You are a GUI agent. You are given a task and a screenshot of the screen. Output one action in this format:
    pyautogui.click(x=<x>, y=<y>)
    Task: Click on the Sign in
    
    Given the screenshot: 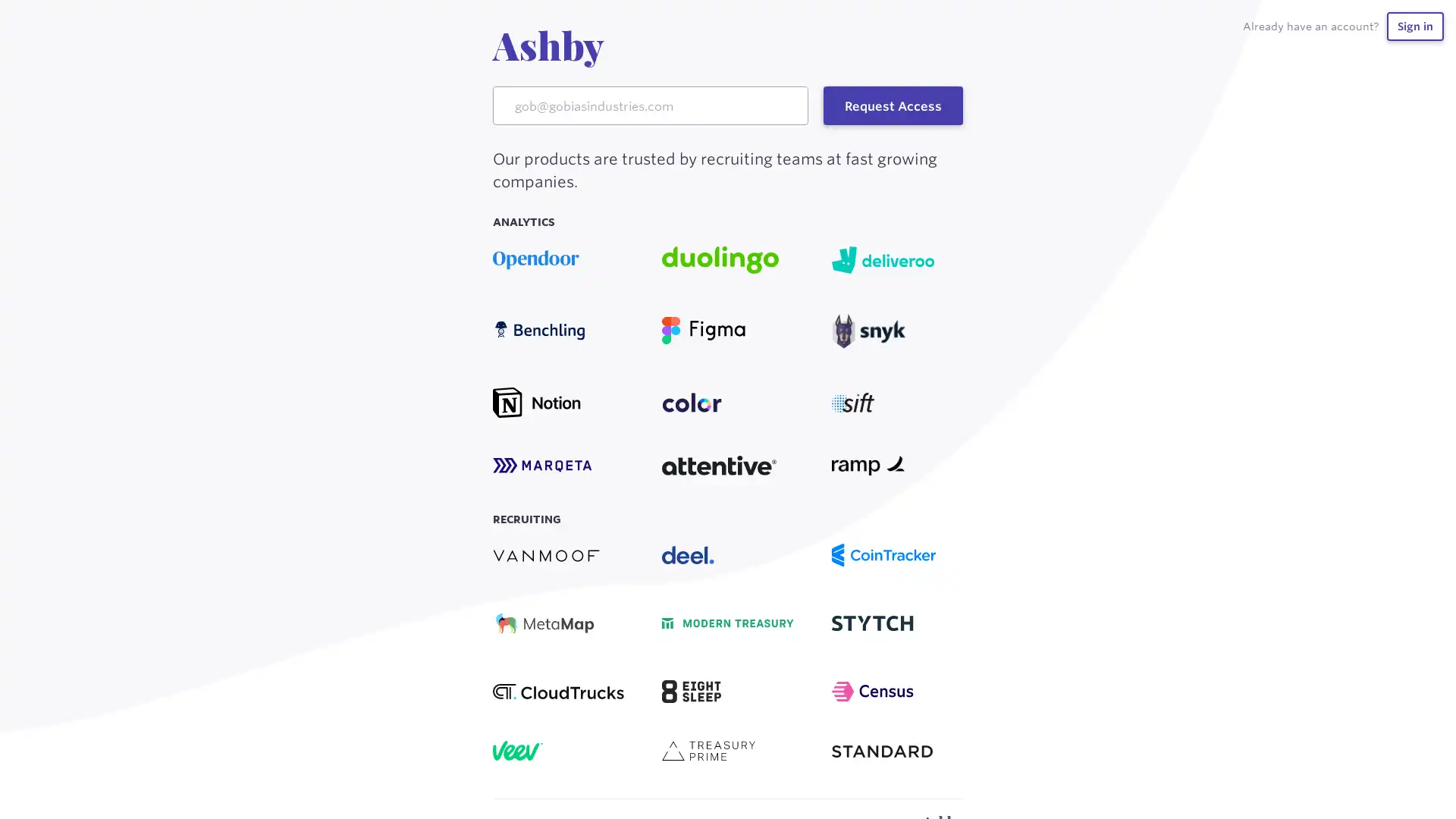 What is the action you would take?
    pyautogui.click(x=1414, y=26)
    